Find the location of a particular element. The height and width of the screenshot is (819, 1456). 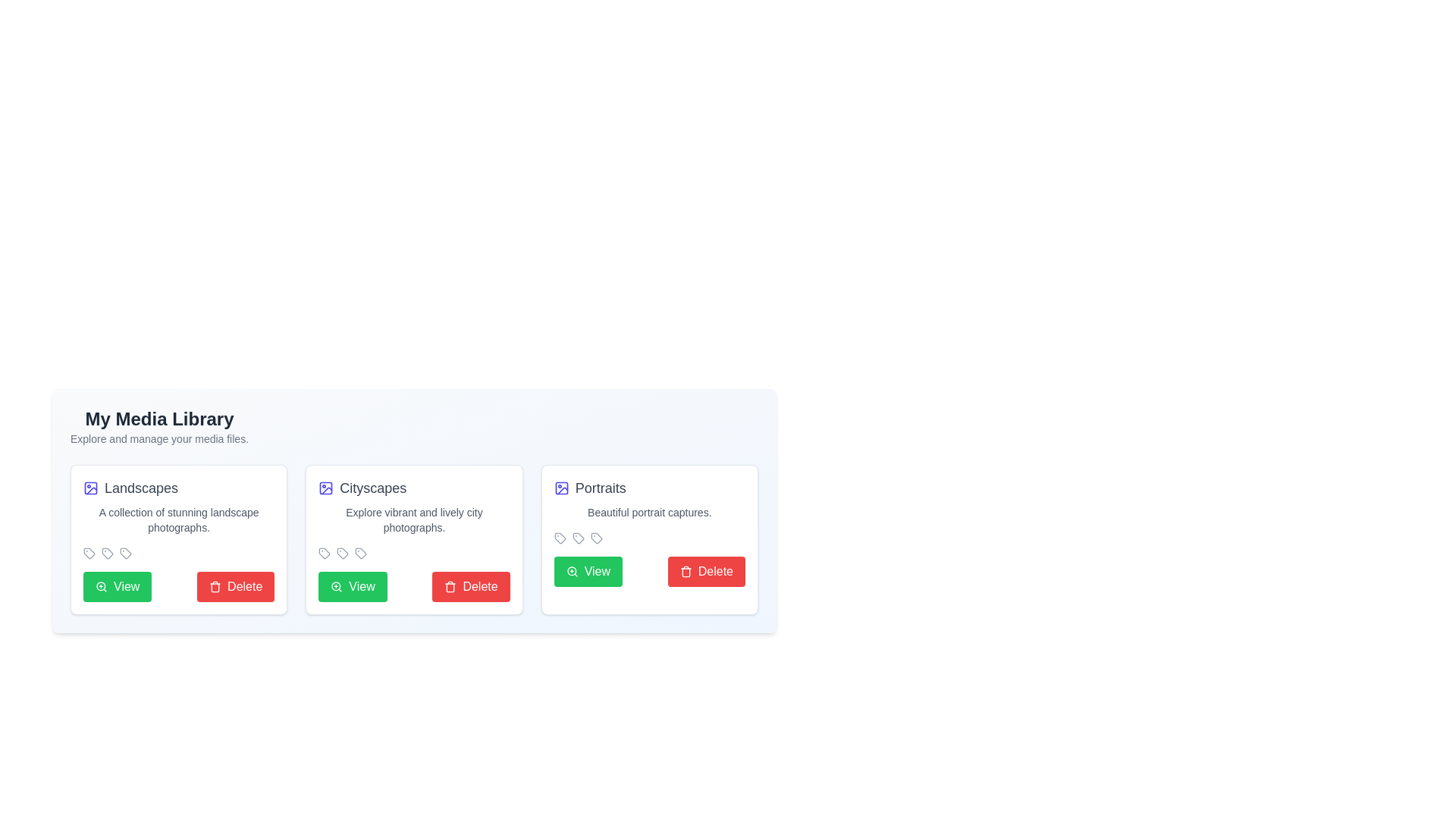

the tag icon located in the top-left area of the 'Landscapes' card in the 'My Media Library' section, which resembles a price tag with rounded strokes and grey coloring is located at coordinates (107, 553).